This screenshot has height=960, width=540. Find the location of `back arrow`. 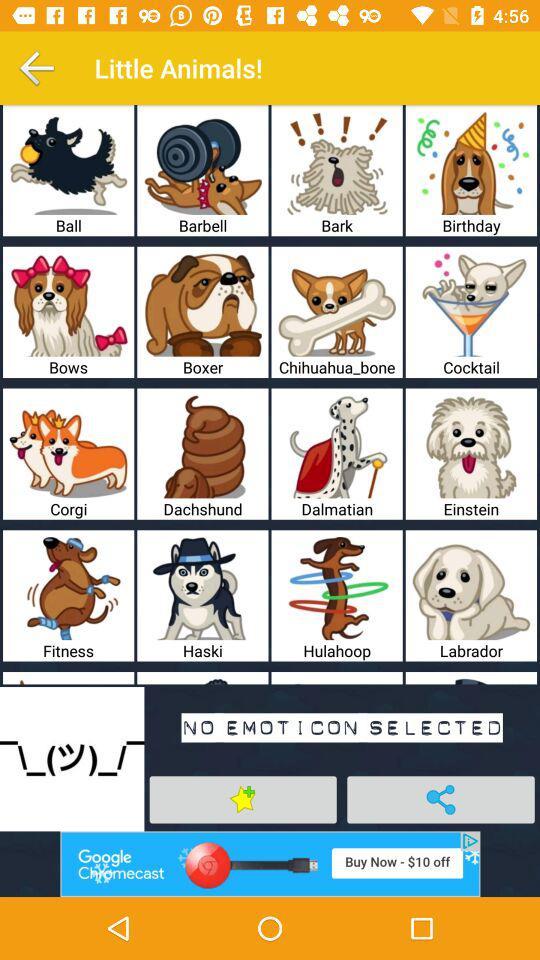

back arrow is located at coordinates (36, 68).